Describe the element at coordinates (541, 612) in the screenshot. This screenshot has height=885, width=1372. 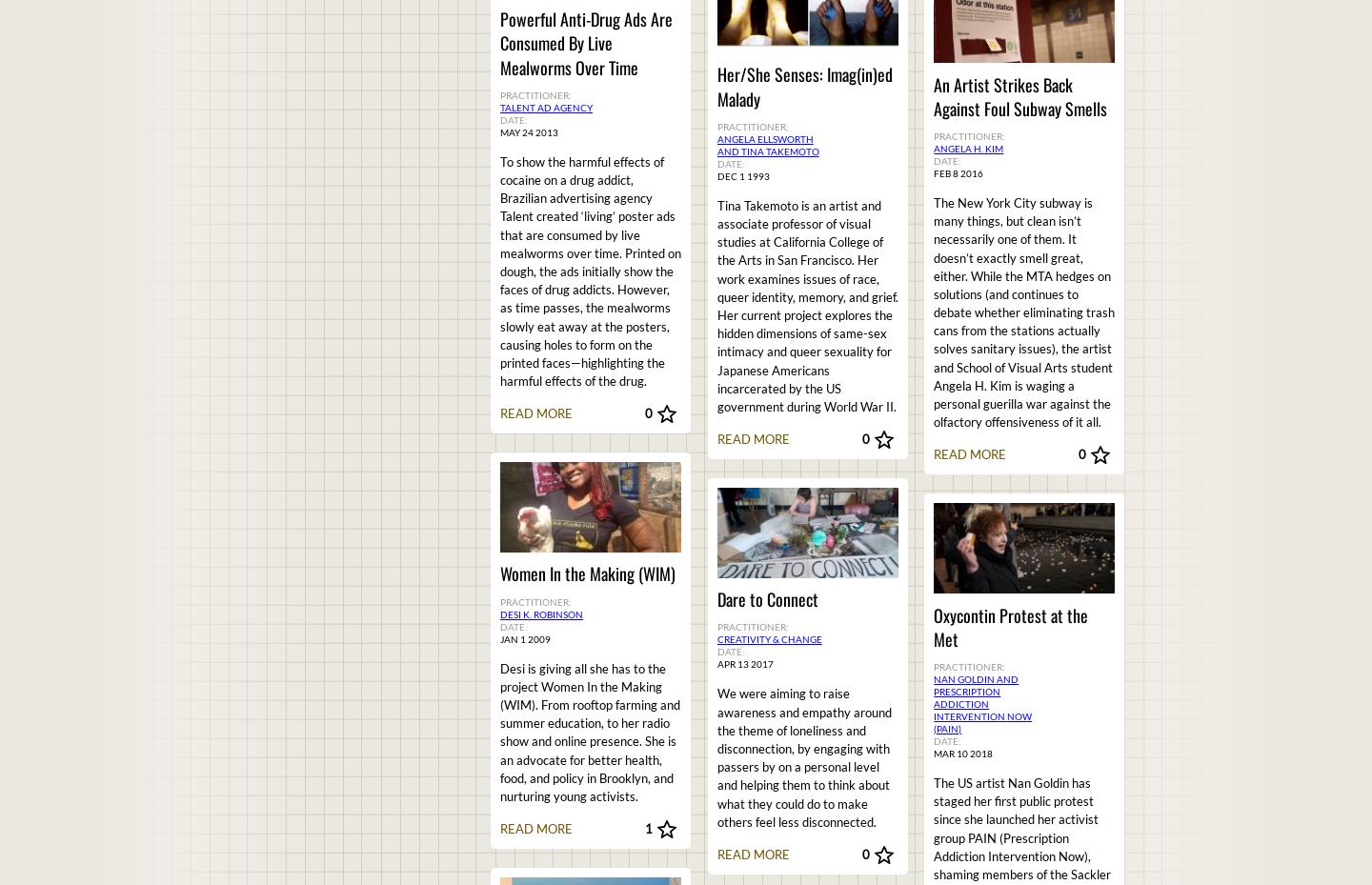
I see `'Desi K. Robinson'` at that location.